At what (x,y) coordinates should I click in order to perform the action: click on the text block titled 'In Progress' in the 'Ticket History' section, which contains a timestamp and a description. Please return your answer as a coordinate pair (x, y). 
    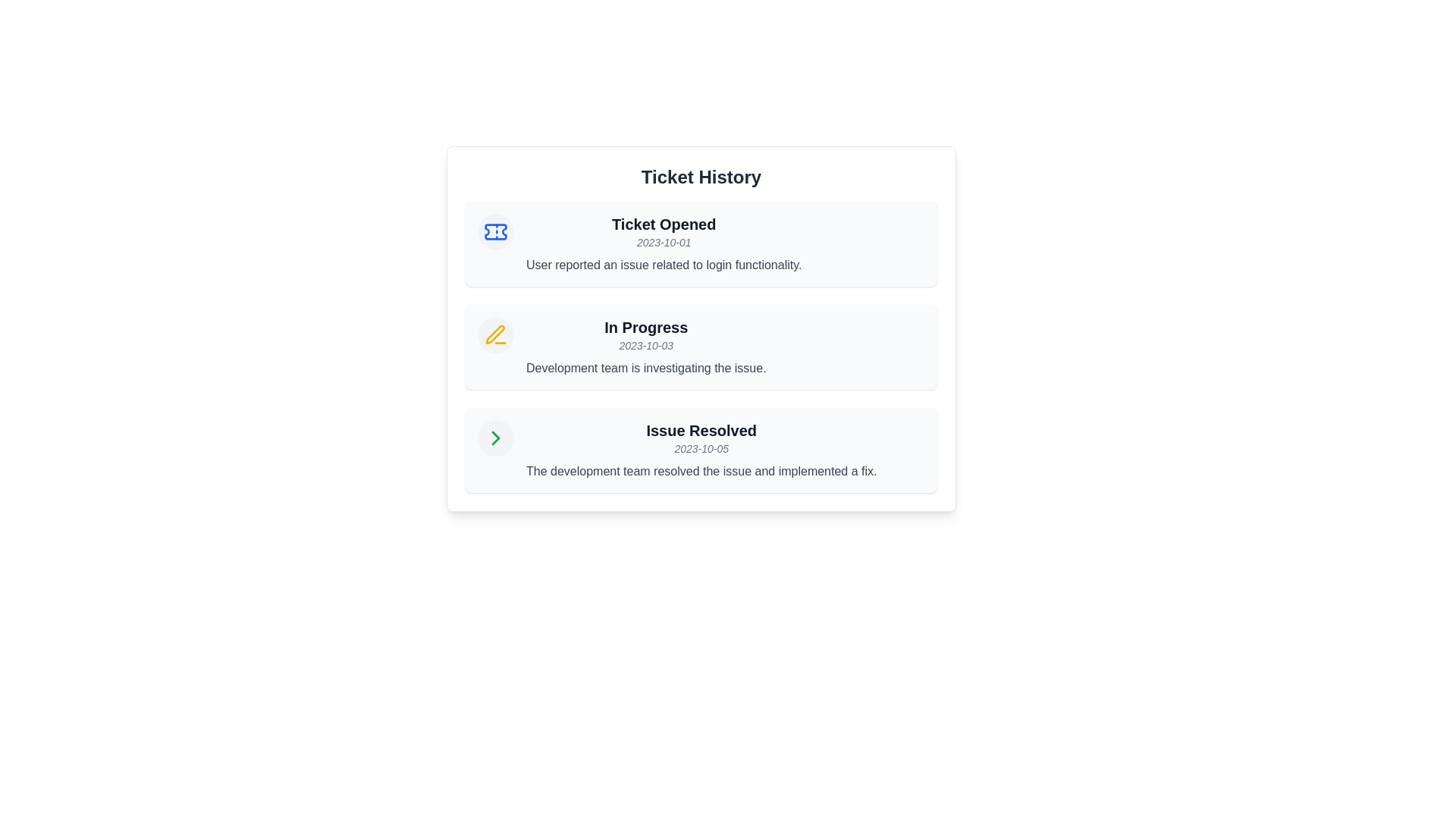
    Looking at the image, I should click on (646, 347).